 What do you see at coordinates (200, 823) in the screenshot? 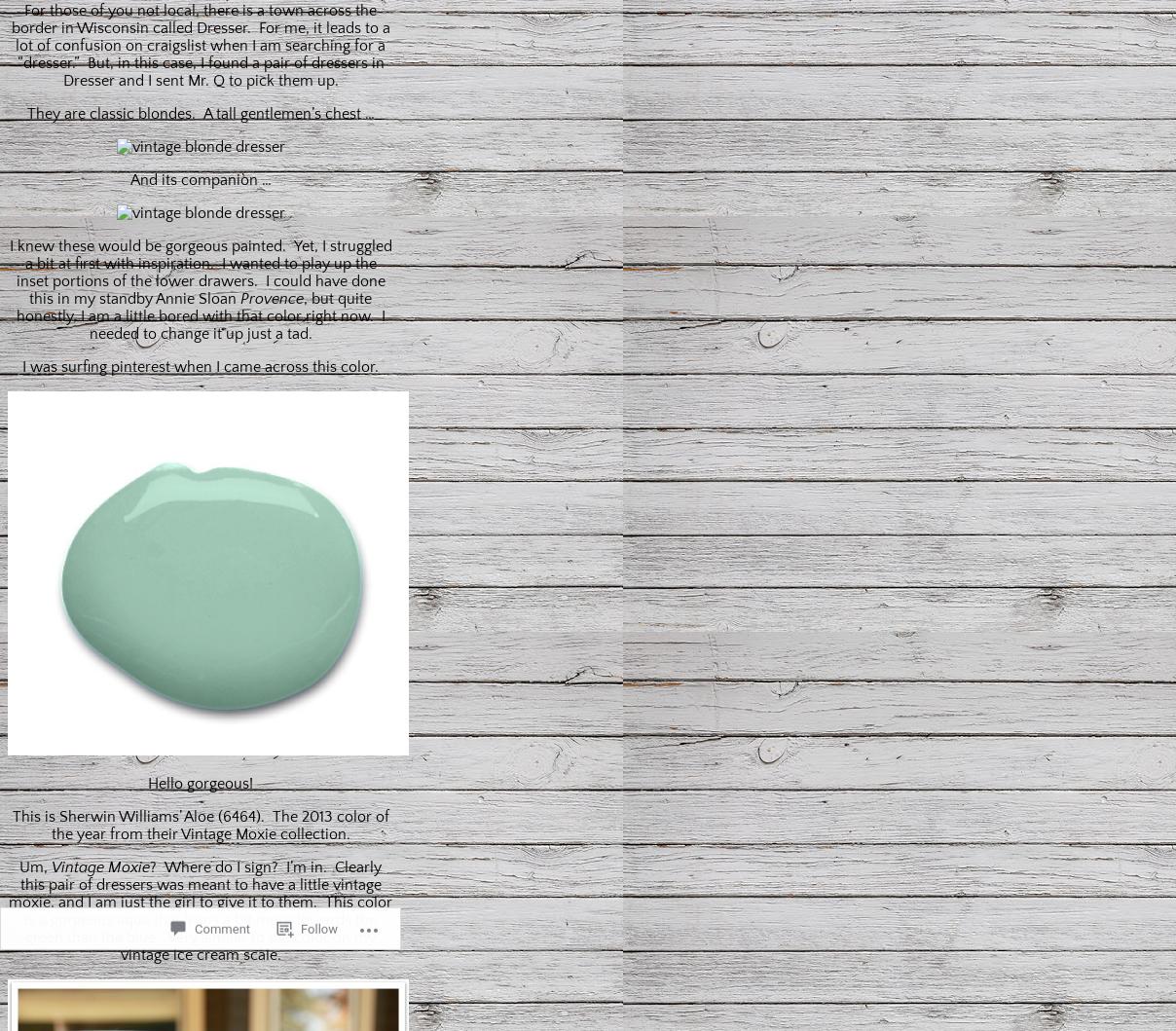
I see `'This is Sherwin Williams’ Aloe (6464).  The 2013 color of the year from their Vintage Moxie collection.'` at bounding box center [200, 823].